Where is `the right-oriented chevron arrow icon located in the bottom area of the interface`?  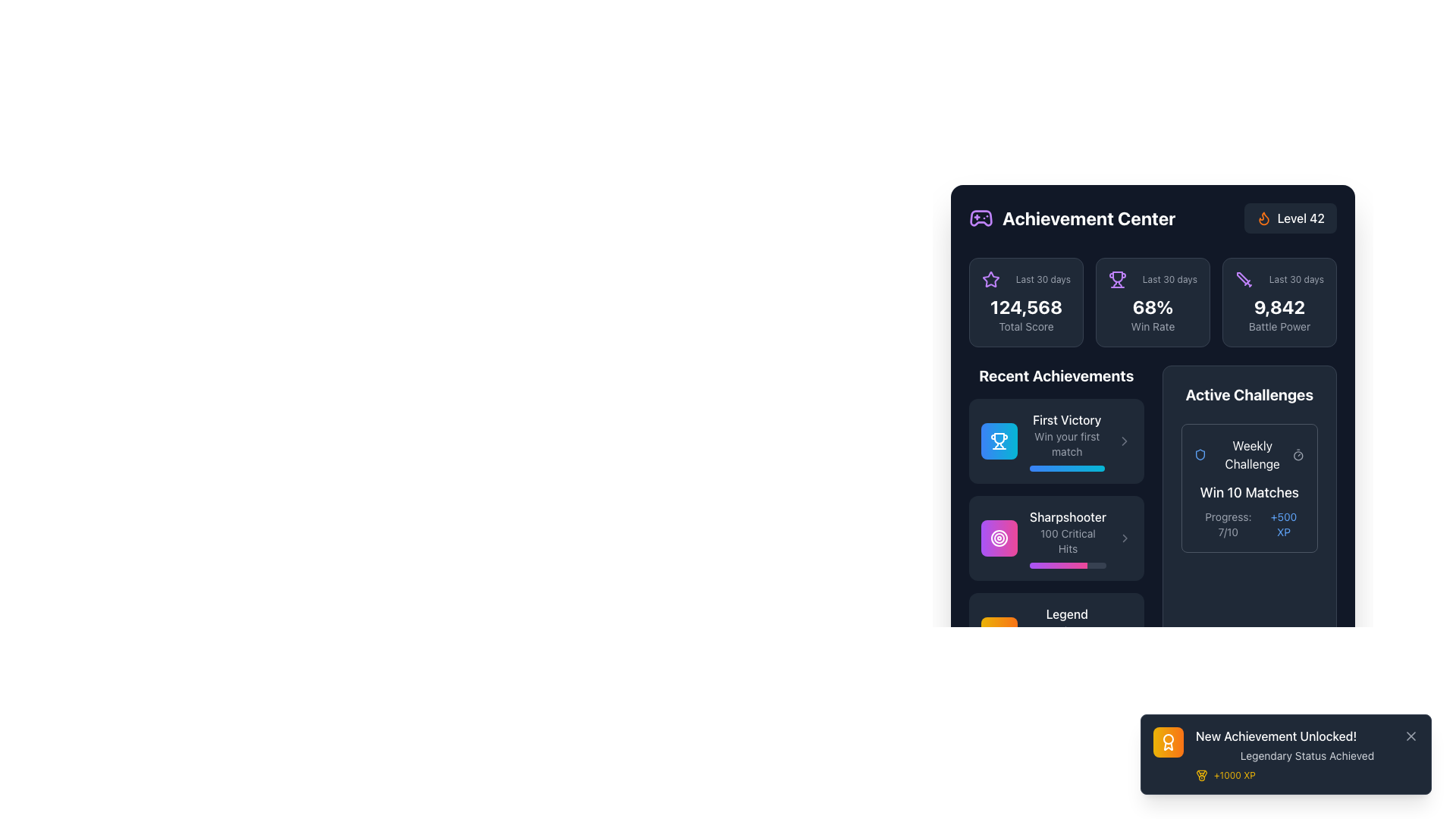 the right-oriented chevron arrow icon located in the bottom area of the interface is located at coordinates (1124, 635).